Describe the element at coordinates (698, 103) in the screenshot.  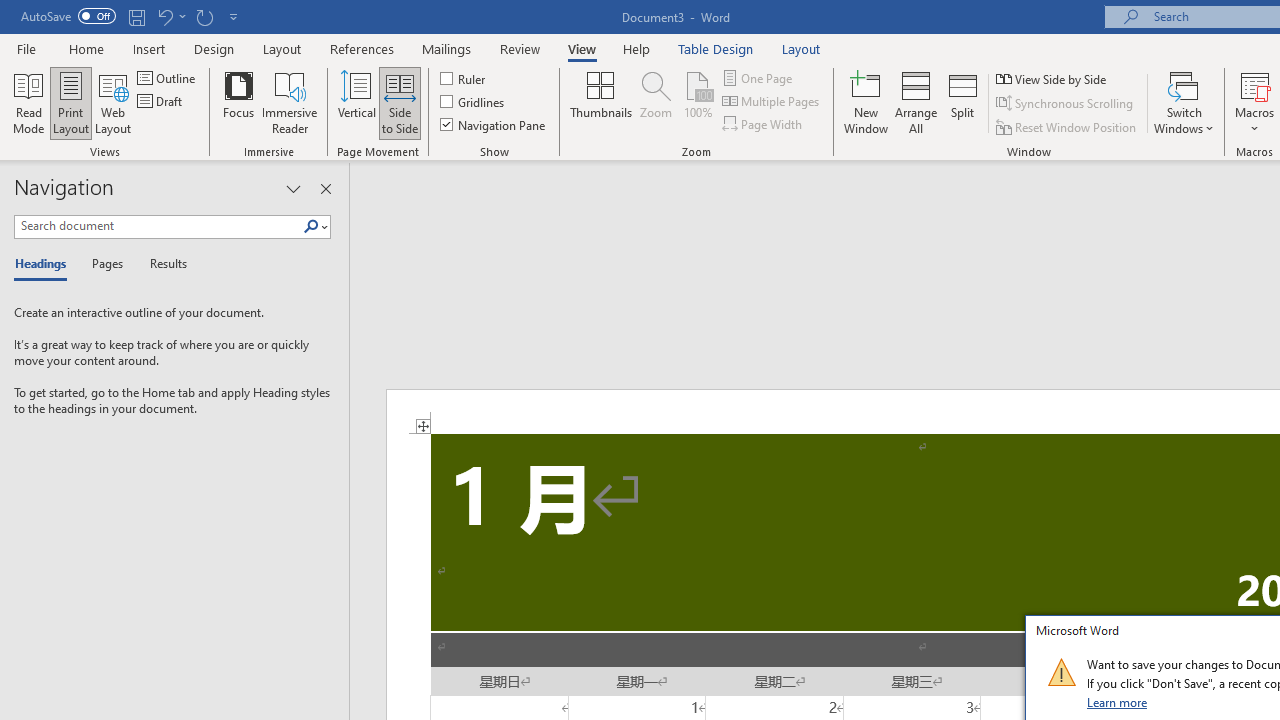
I see `'100%'` at that location.